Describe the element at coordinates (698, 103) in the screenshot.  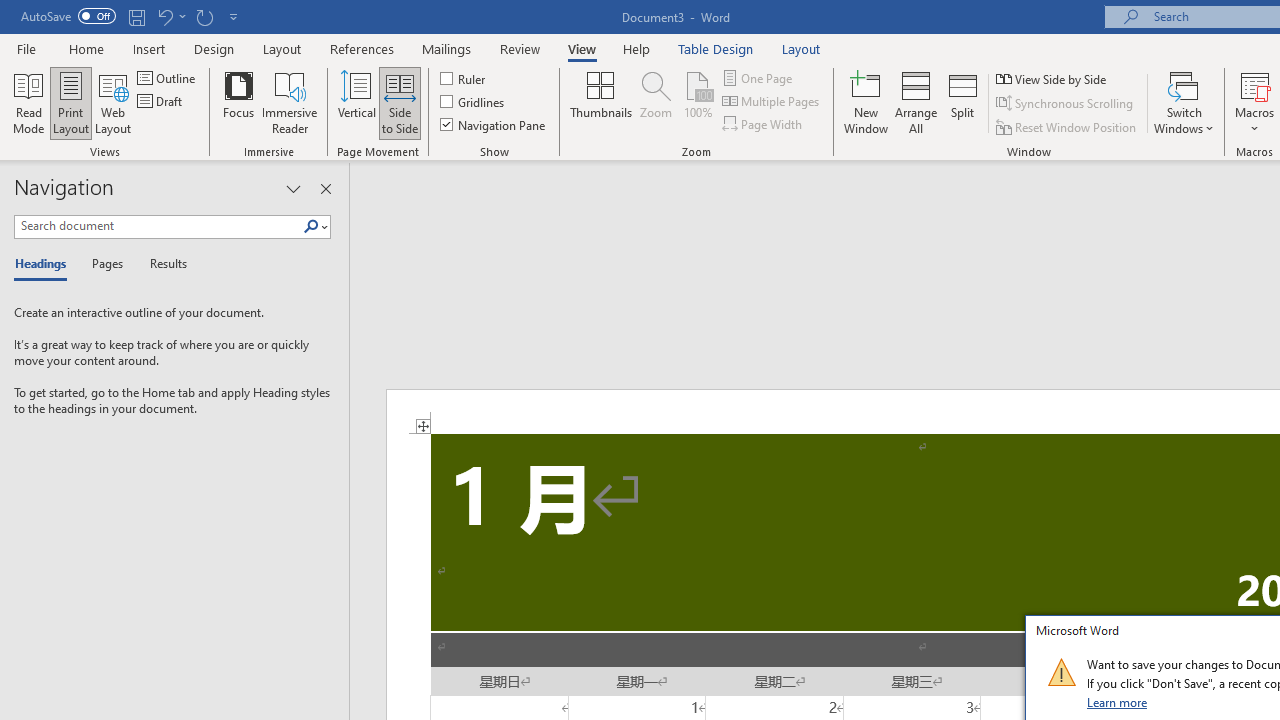
I see `'100%'` at that location.